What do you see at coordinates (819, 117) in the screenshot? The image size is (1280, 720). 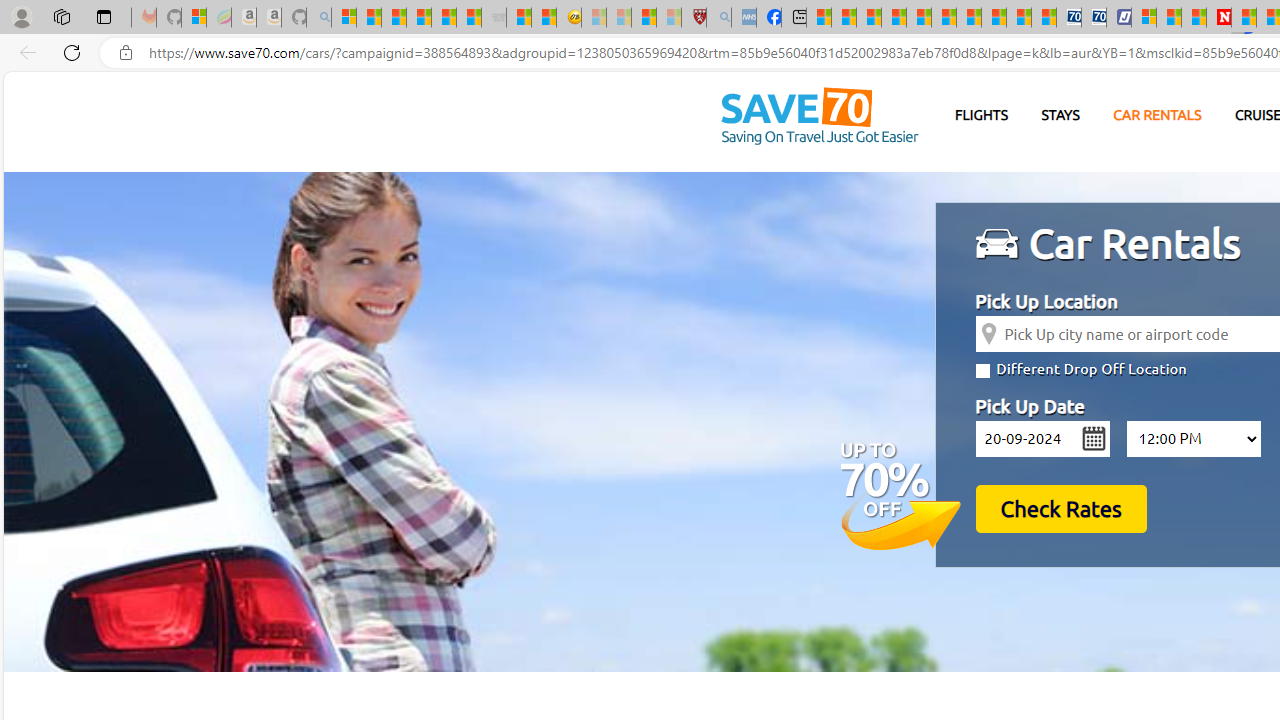 I see `'Homepage'` at bounding box center [819, 117].